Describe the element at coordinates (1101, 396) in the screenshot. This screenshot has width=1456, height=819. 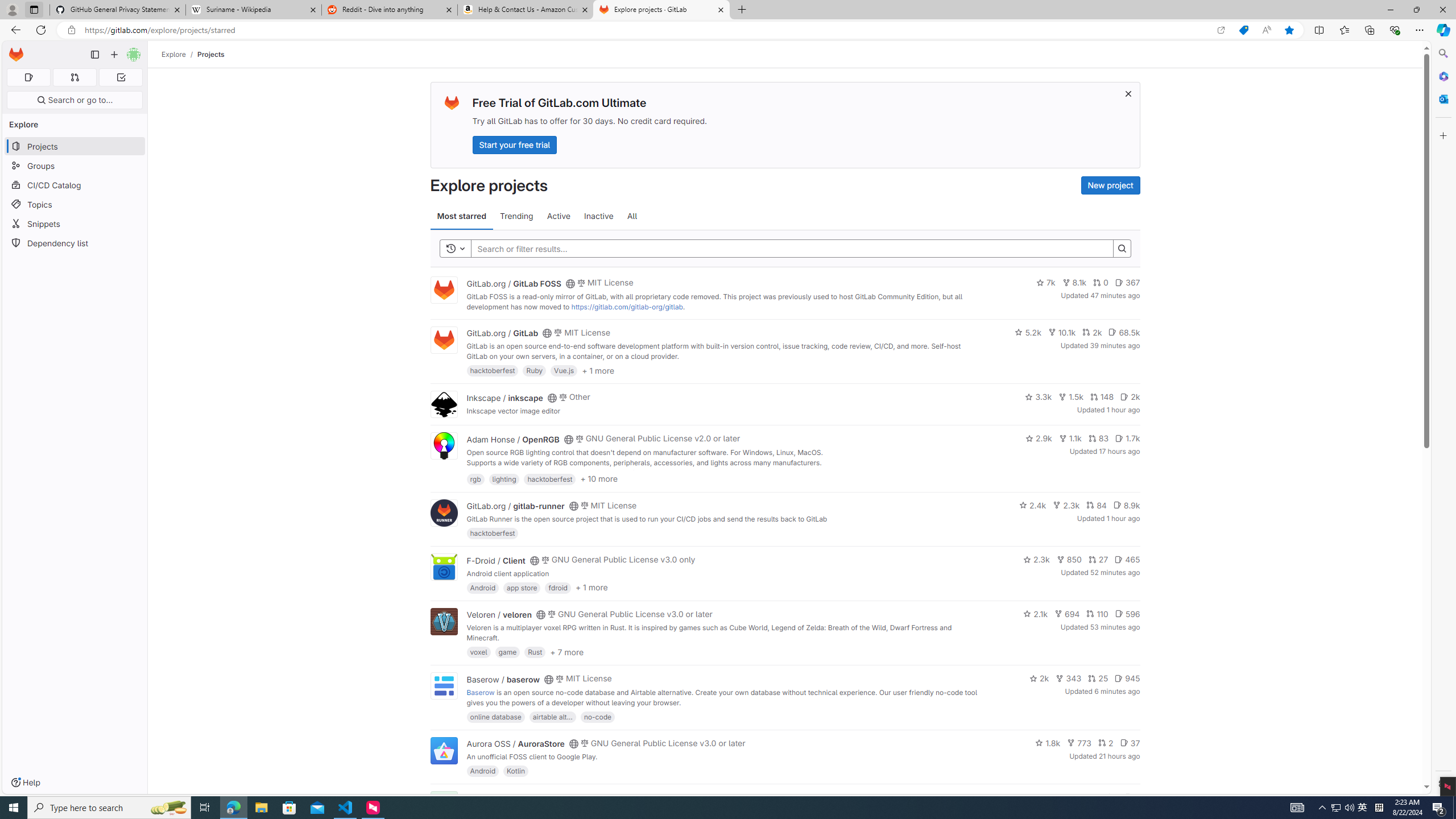
I see `'148'` at that location.